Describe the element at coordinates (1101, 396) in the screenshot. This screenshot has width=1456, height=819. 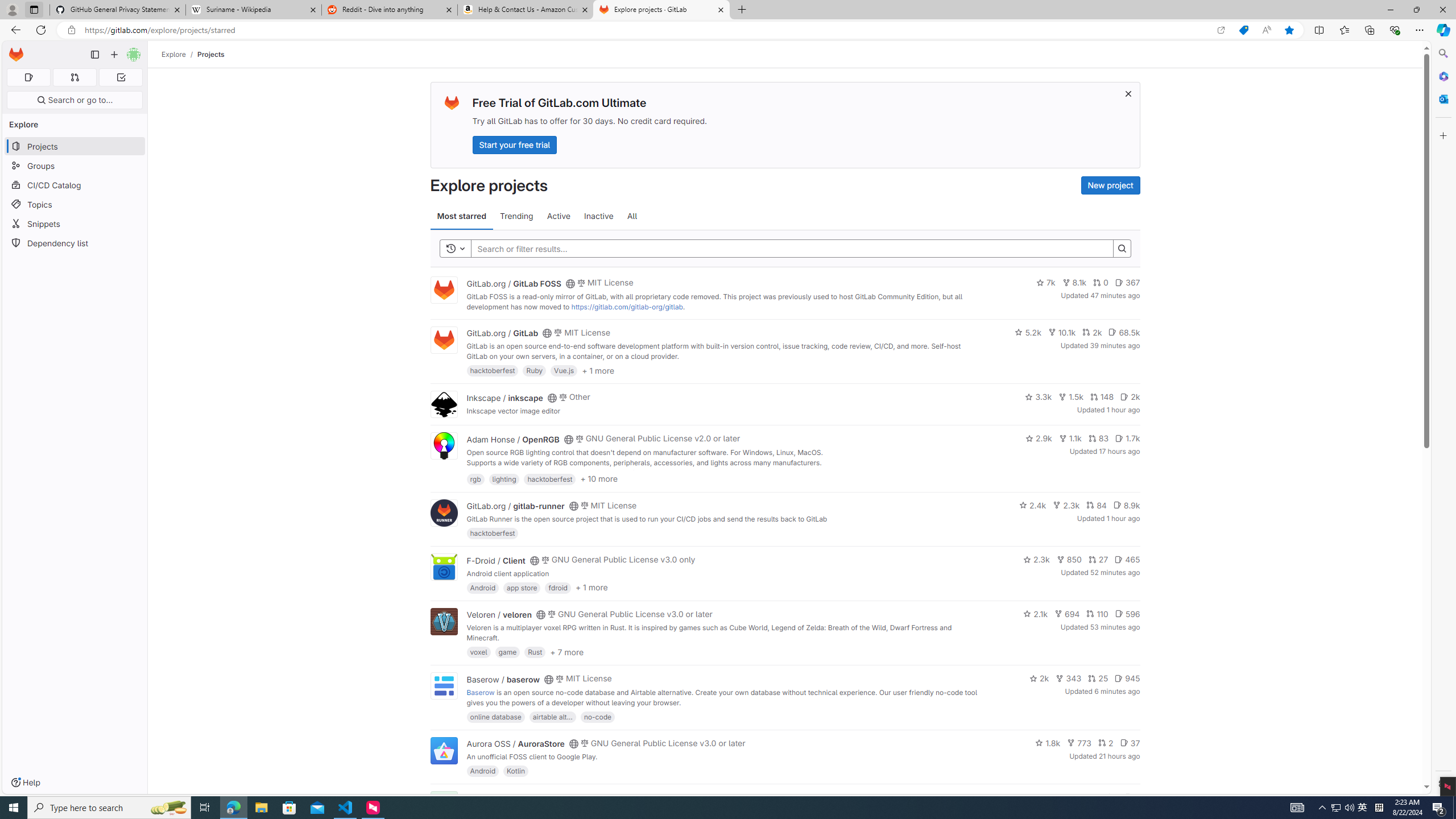
I see `'148'` at that location.